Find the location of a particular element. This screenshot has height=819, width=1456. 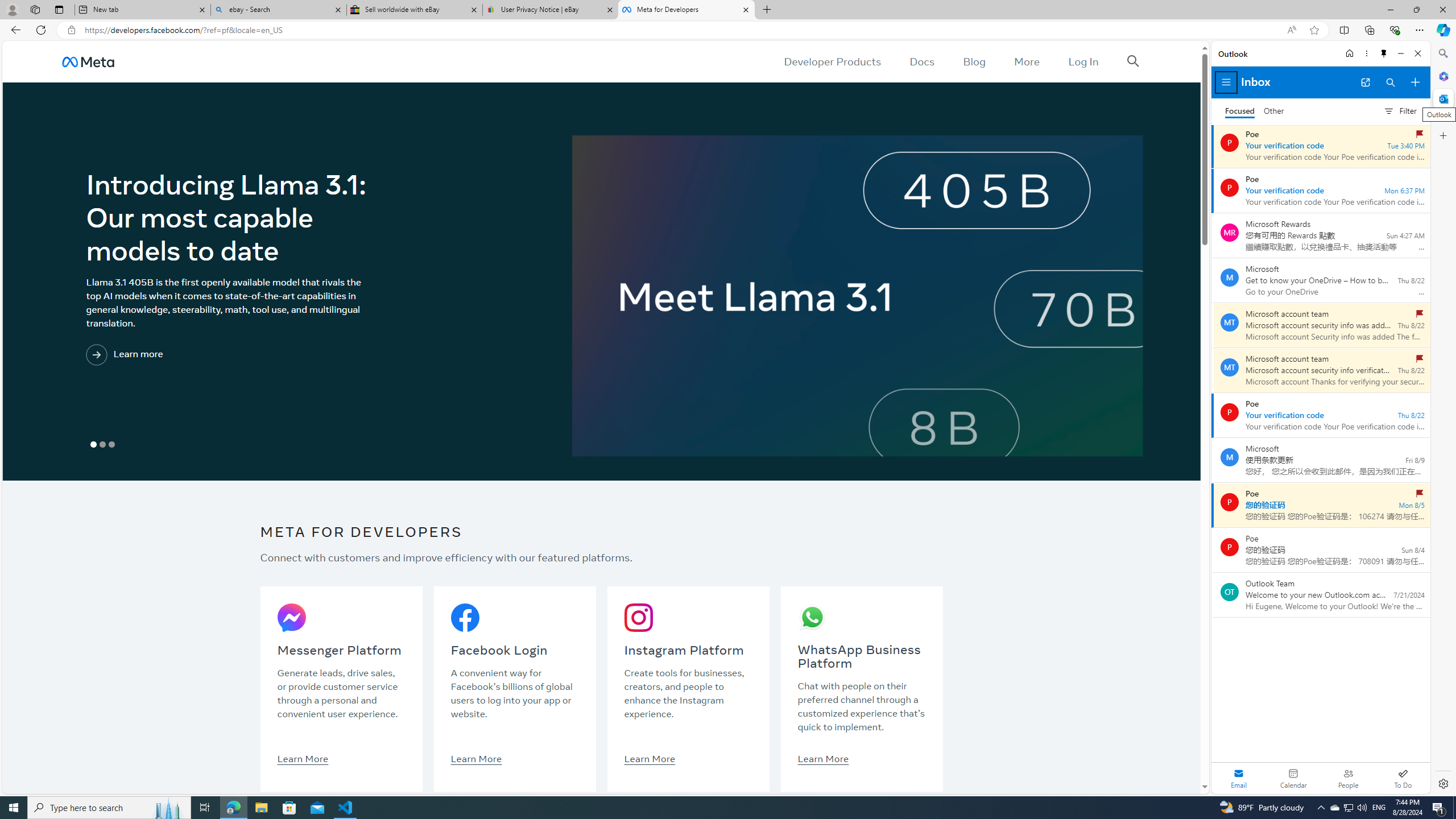

'Selected mail module' is located at coordinates (1238, 777).